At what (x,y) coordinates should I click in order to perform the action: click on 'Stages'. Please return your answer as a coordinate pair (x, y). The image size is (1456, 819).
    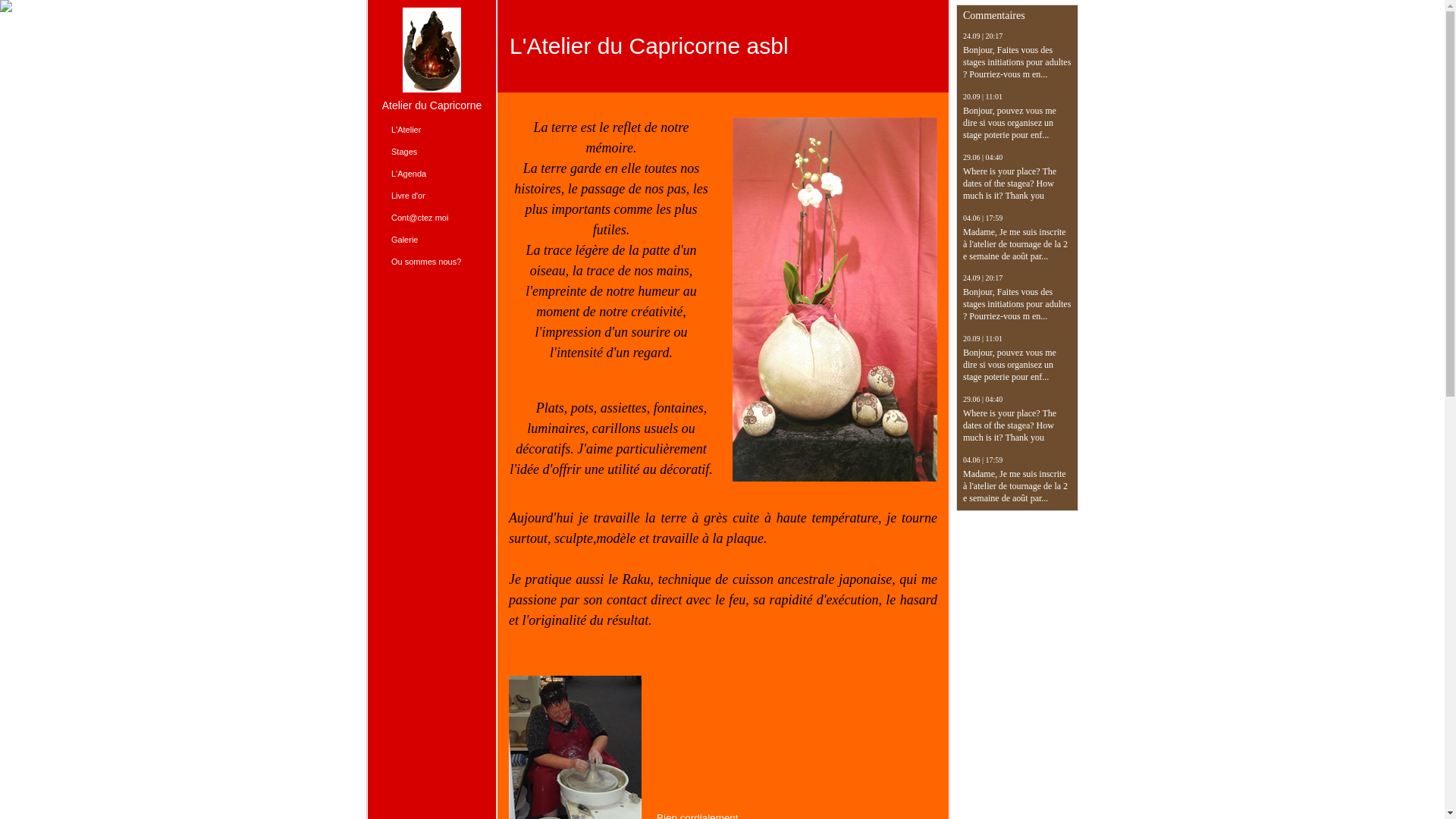
    Looking at the image, I should click on (431, 152).